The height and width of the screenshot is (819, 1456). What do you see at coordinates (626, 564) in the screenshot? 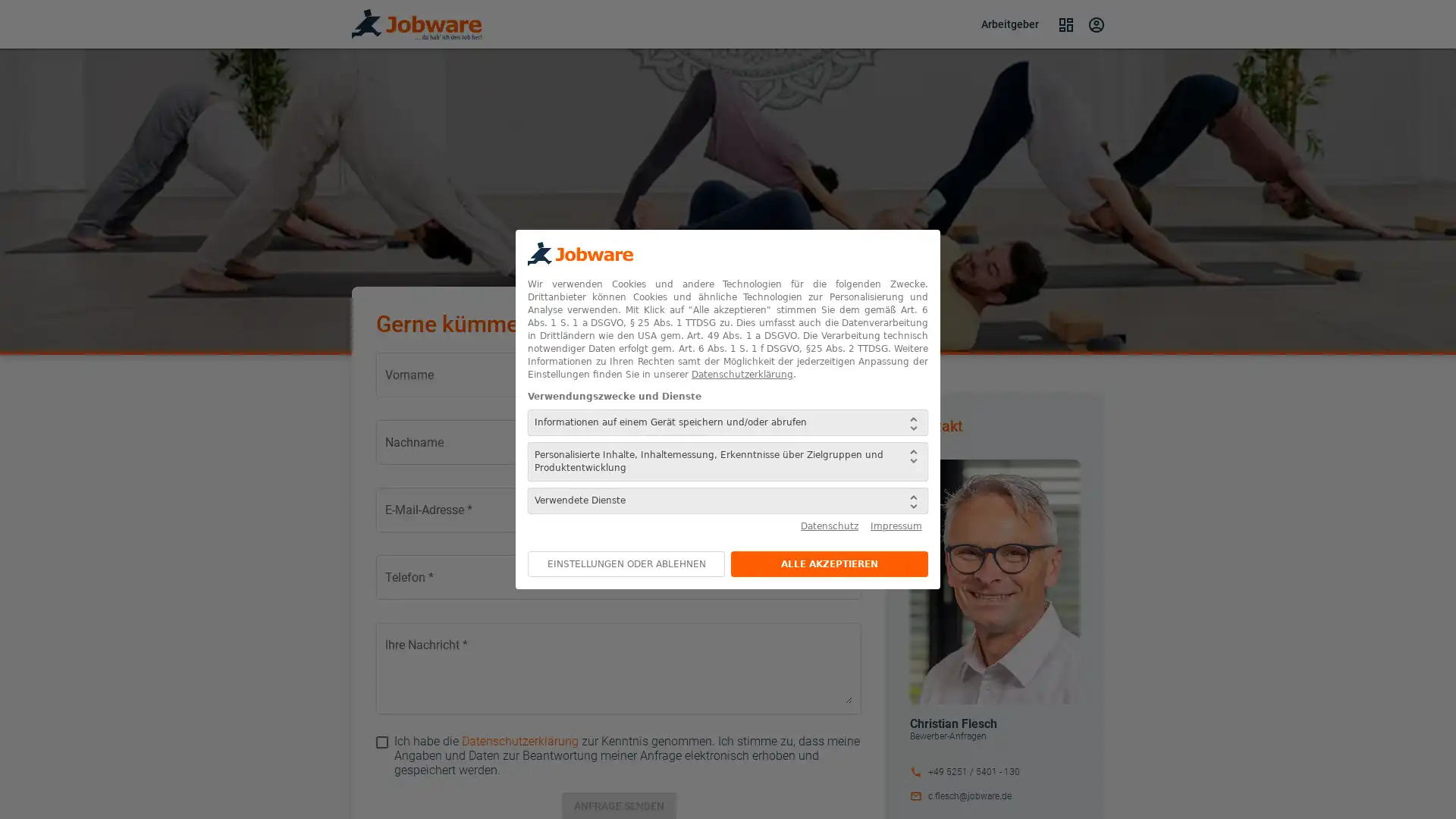
I see `EINSTELLUNGEN ODER ABLEHNEN` at bounding box center [626, 564].